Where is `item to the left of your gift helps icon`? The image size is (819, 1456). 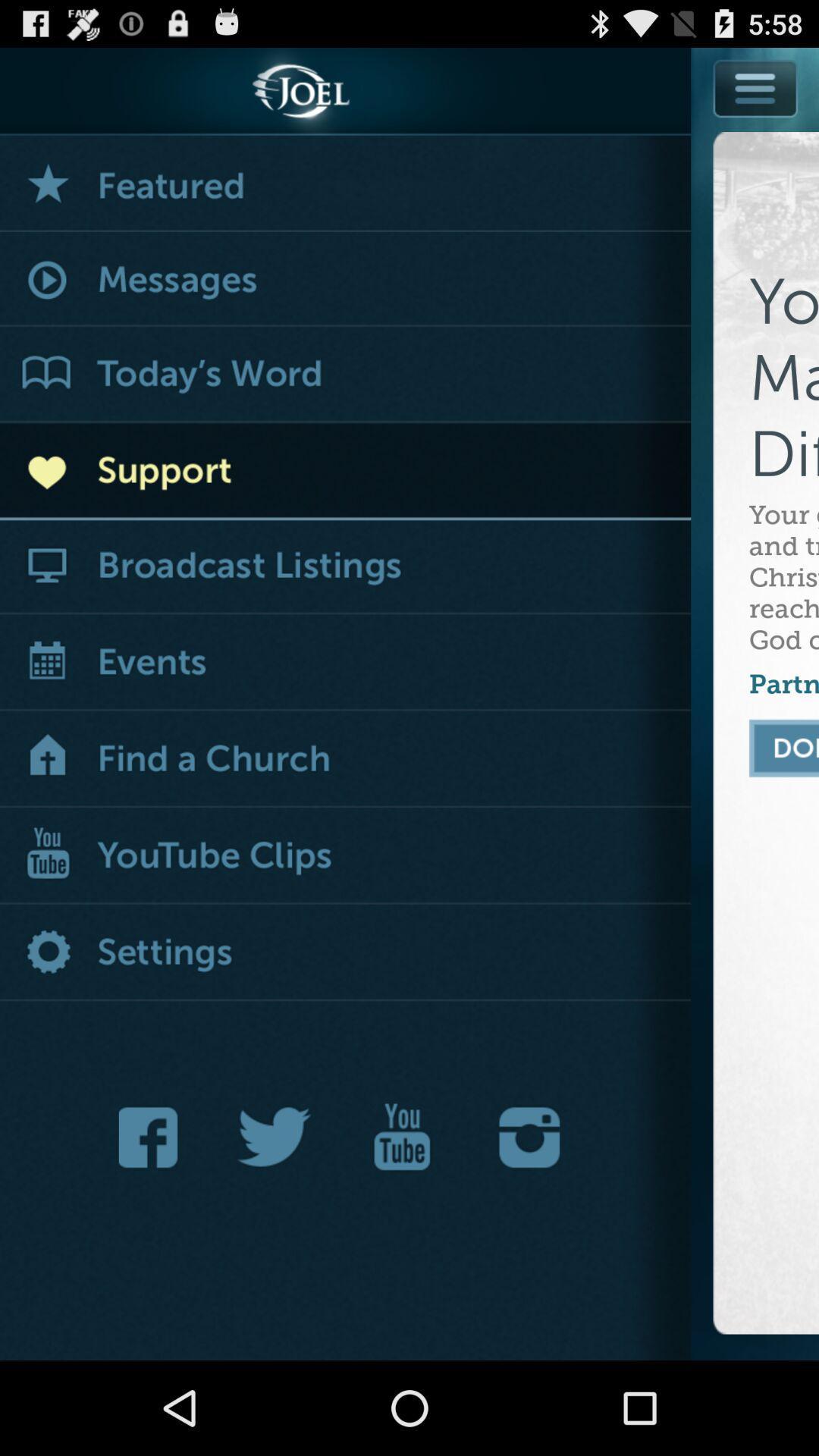
item to the left of your gift helps icon is located at coordinates (345, 664).